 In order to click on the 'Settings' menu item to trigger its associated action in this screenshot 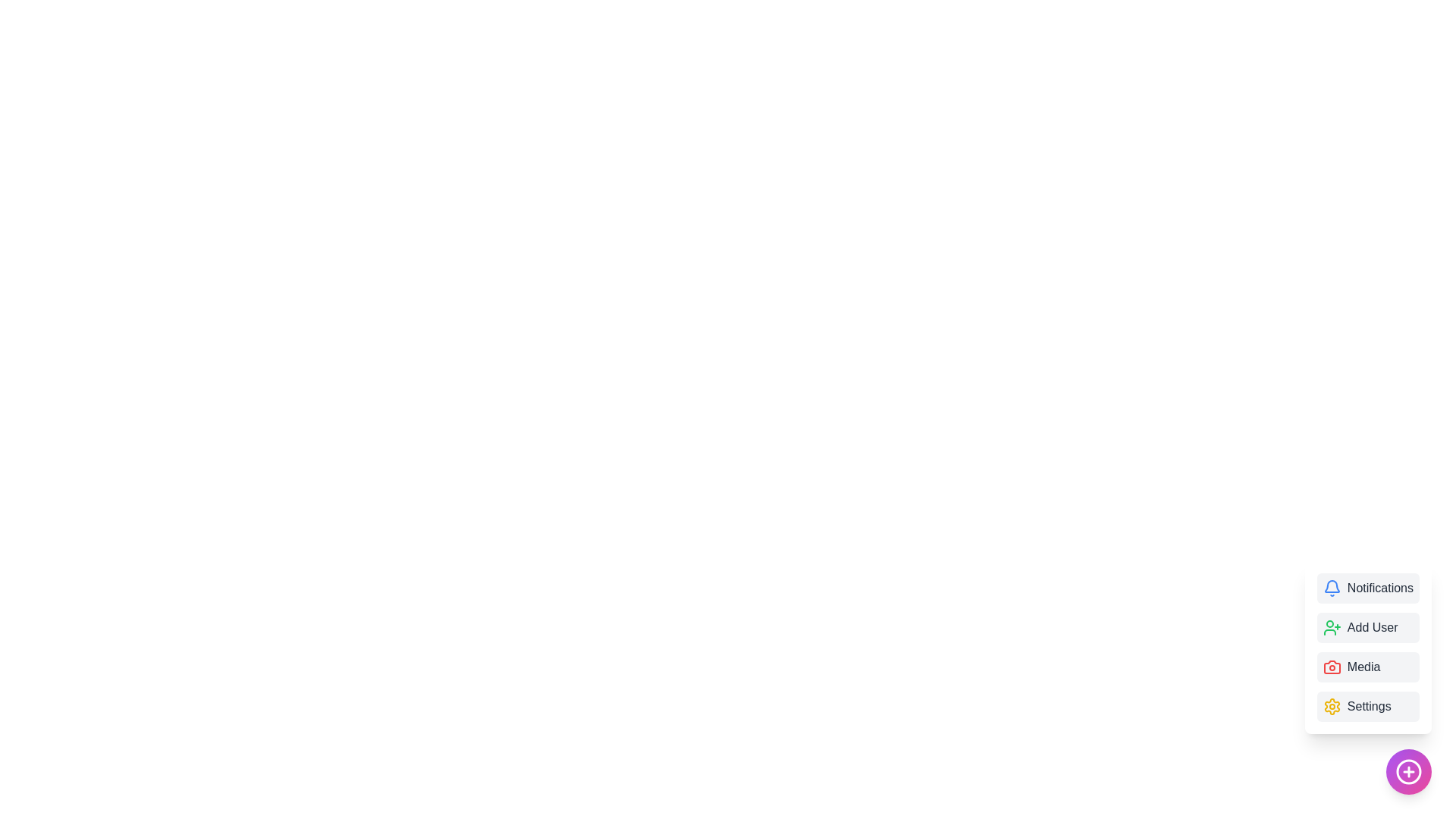, I will do `click(1368, 707)`.